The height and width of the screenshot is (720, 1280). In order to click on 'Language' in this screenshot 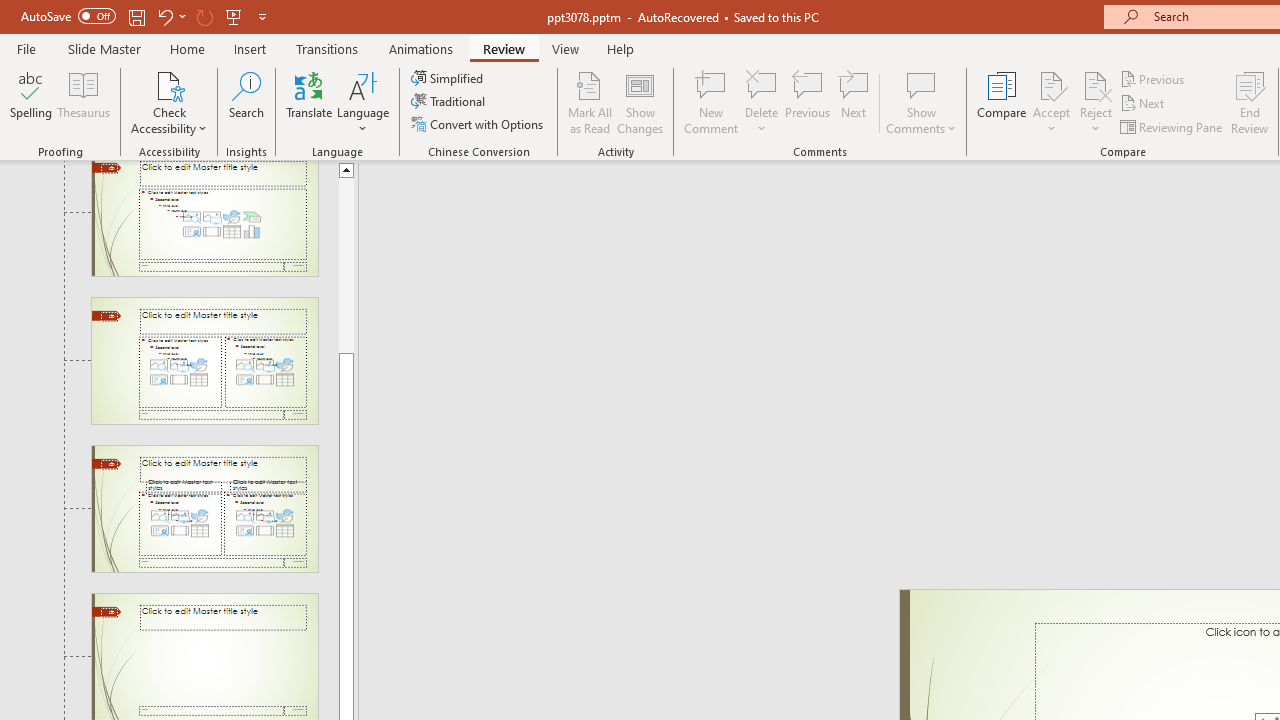, I will do `click(363, 103)`.